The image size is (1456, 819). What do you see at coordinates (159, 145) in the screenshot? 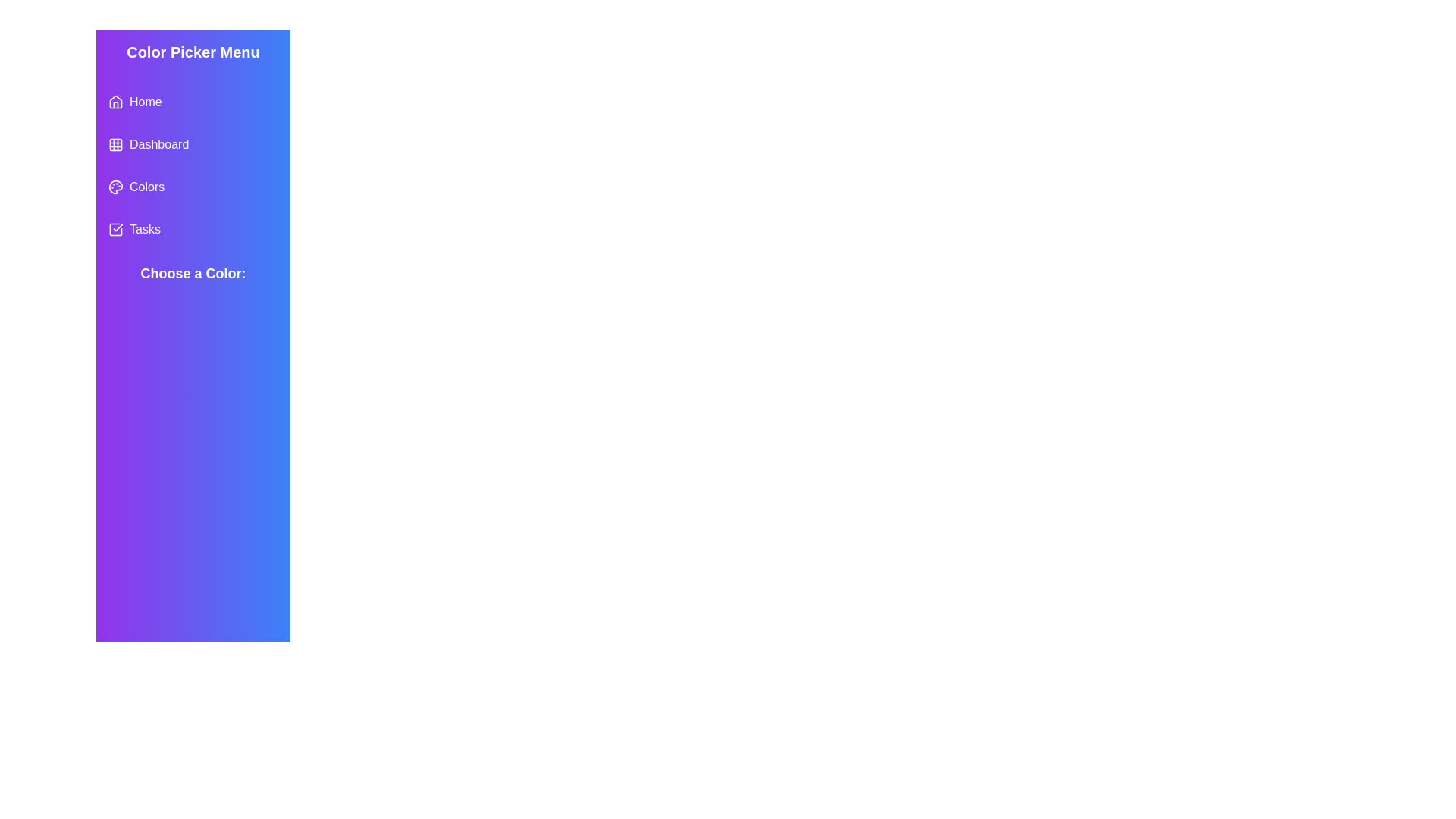
I see `the 'Dashboard' label located in the second position of the left-hand sidebar navigation menu` at bounding box center [159, 145].